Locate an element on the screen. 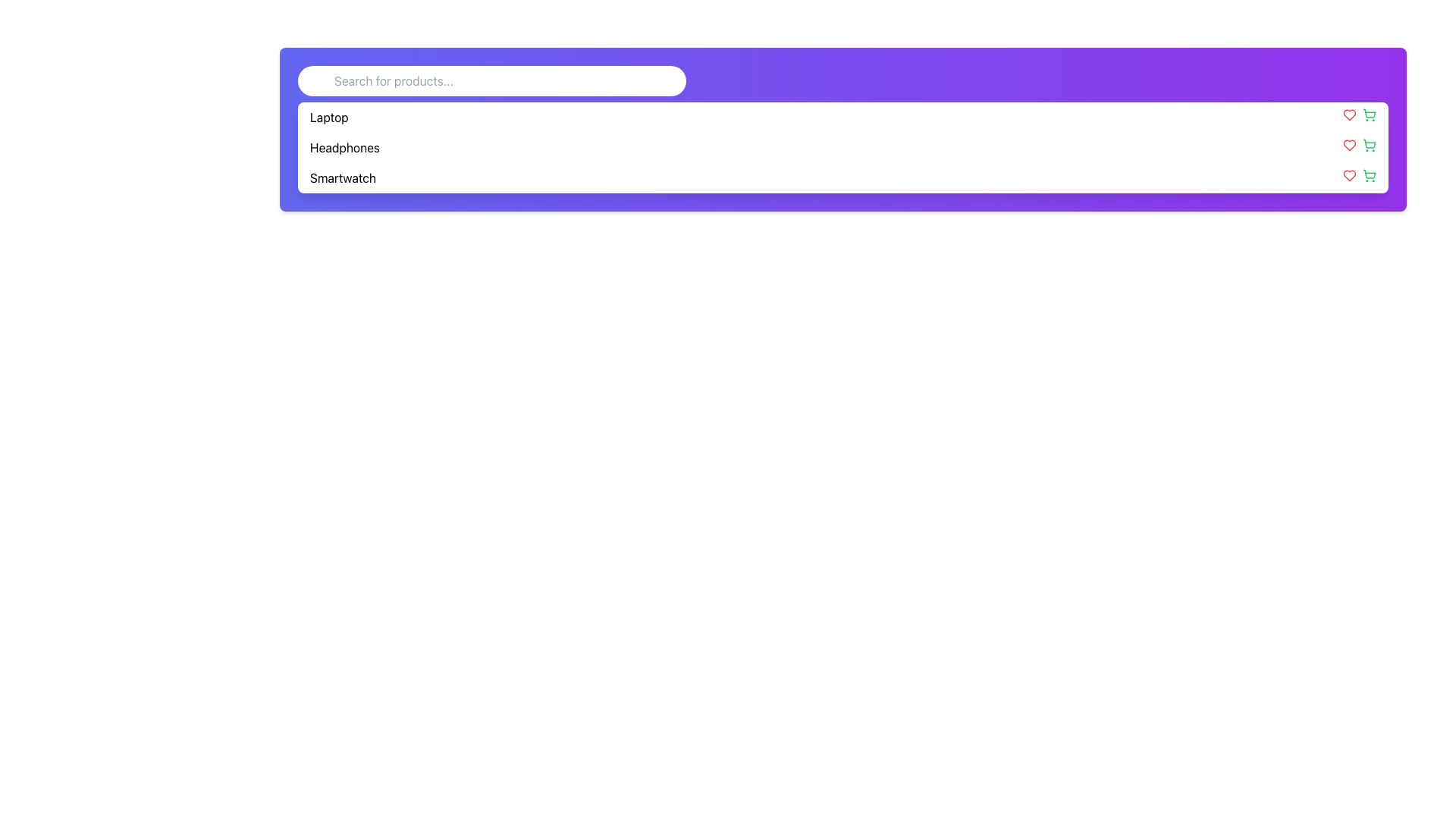  the green shopping cart icon is located at coordinates (1360, 116).